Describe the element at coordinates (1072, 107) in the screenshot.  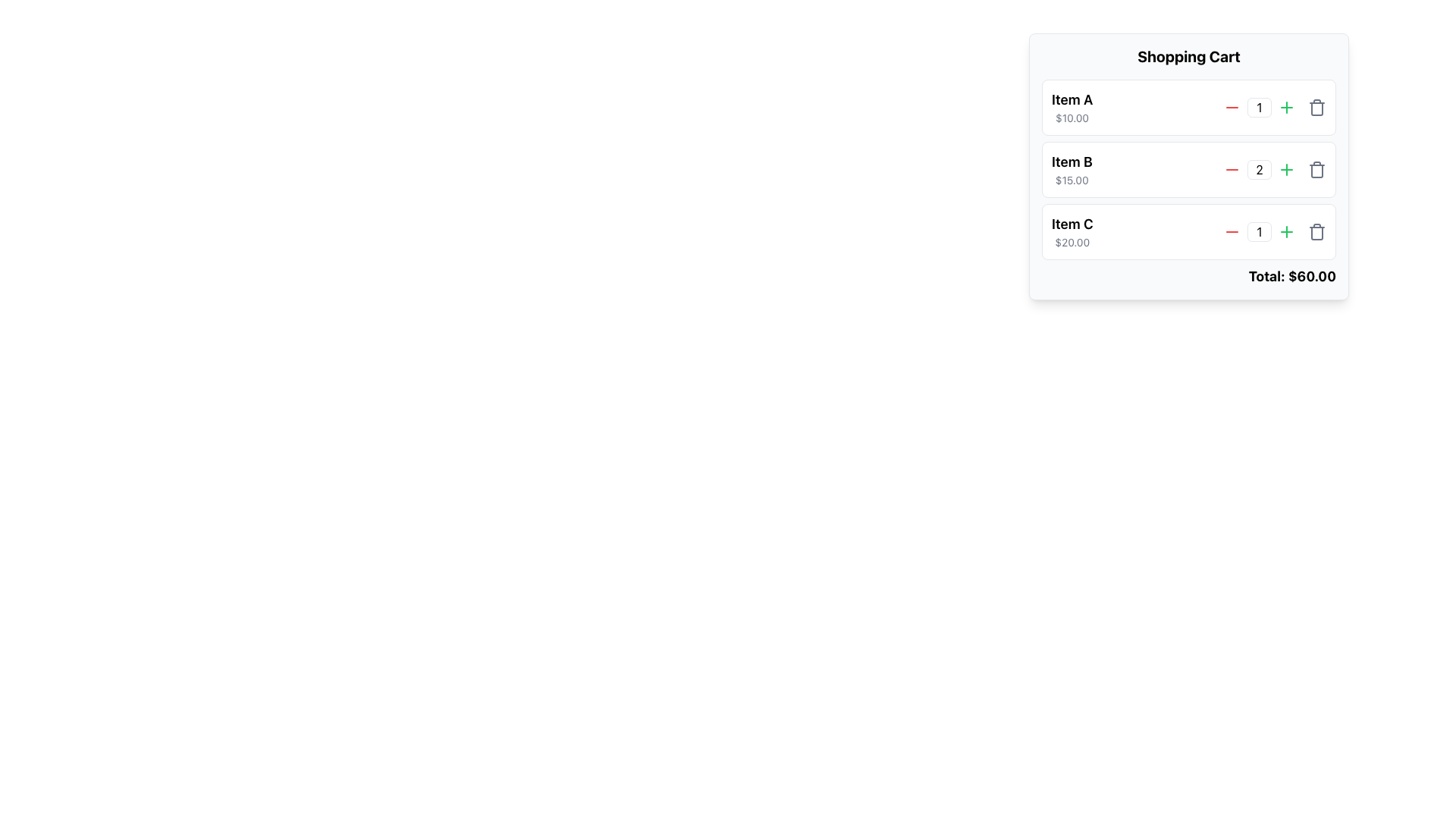
I see `the Text Display element that shows 'Item A' and its price '$10.00' in the shopping cart widget` at that location.